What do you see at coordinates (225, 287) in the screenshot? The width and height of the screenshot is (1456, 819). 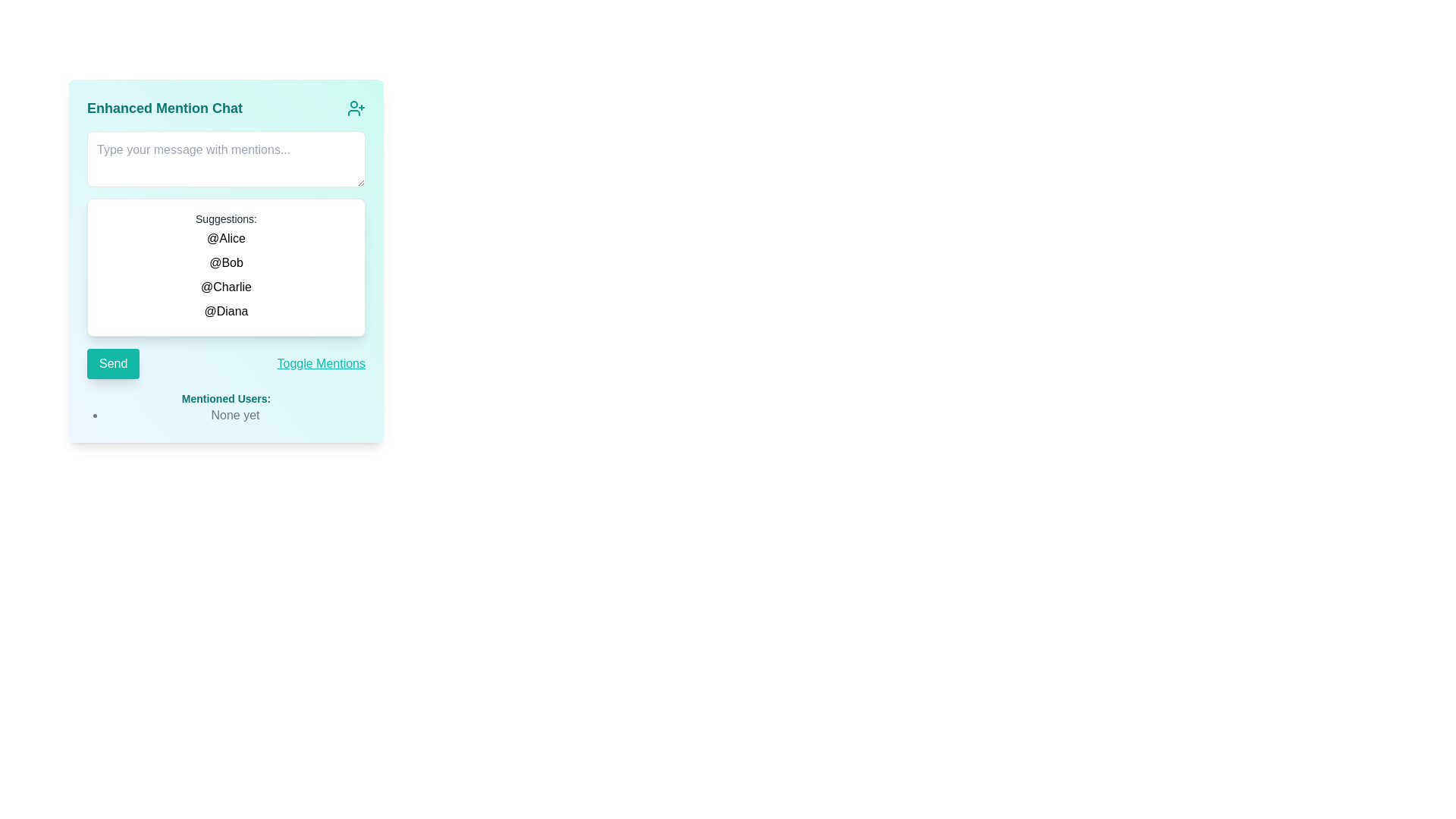 I see `the text label styled as '@Charlie' which is the third item in the mention suggestions list` at bounding box center [225, 287].